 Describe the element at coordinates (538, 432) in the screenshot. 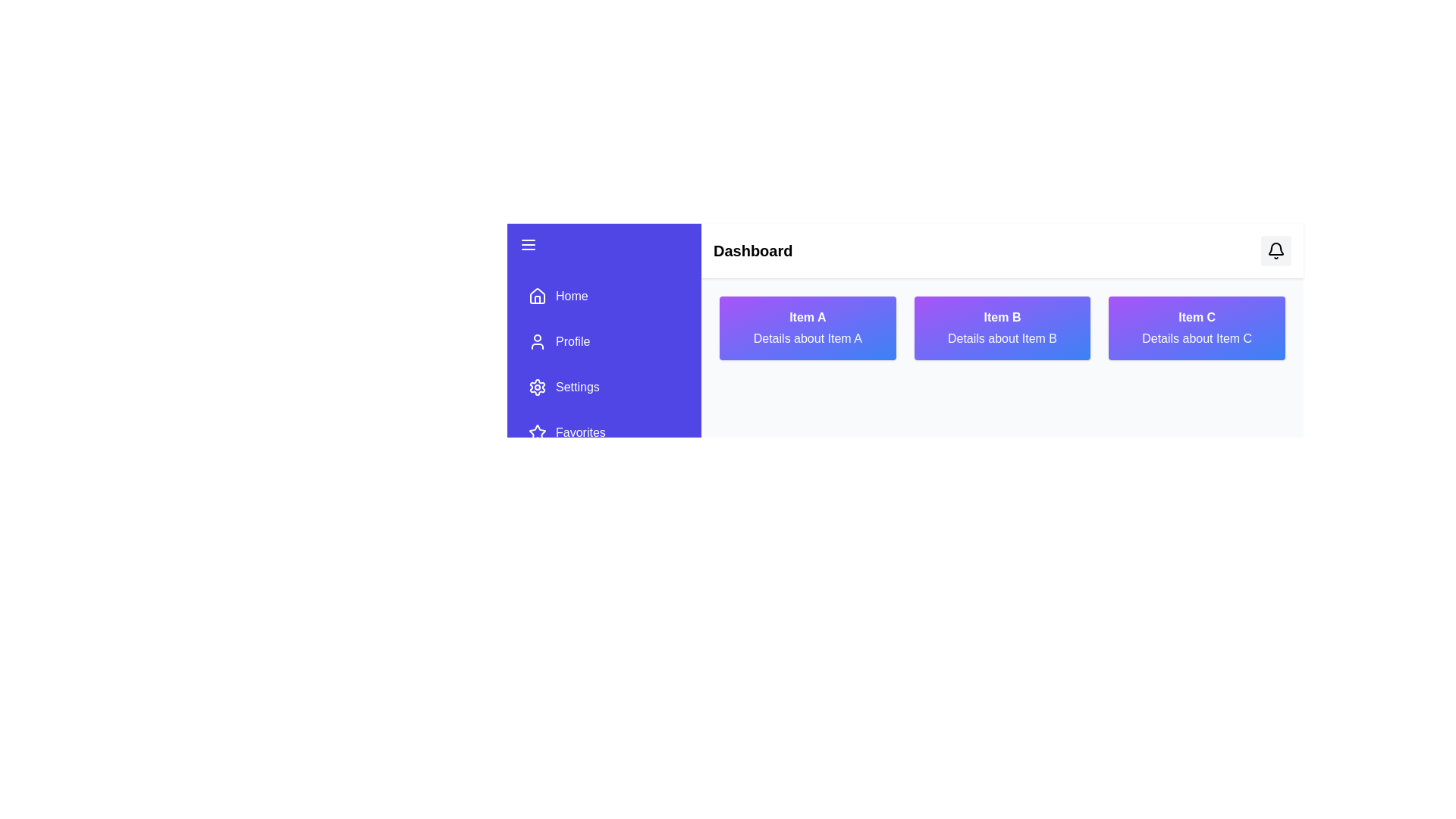

I see `interactive 'Favorites' icon located in the left navigation menu, which is the leftmost icon associated with the 'Favorites' section` at that location.